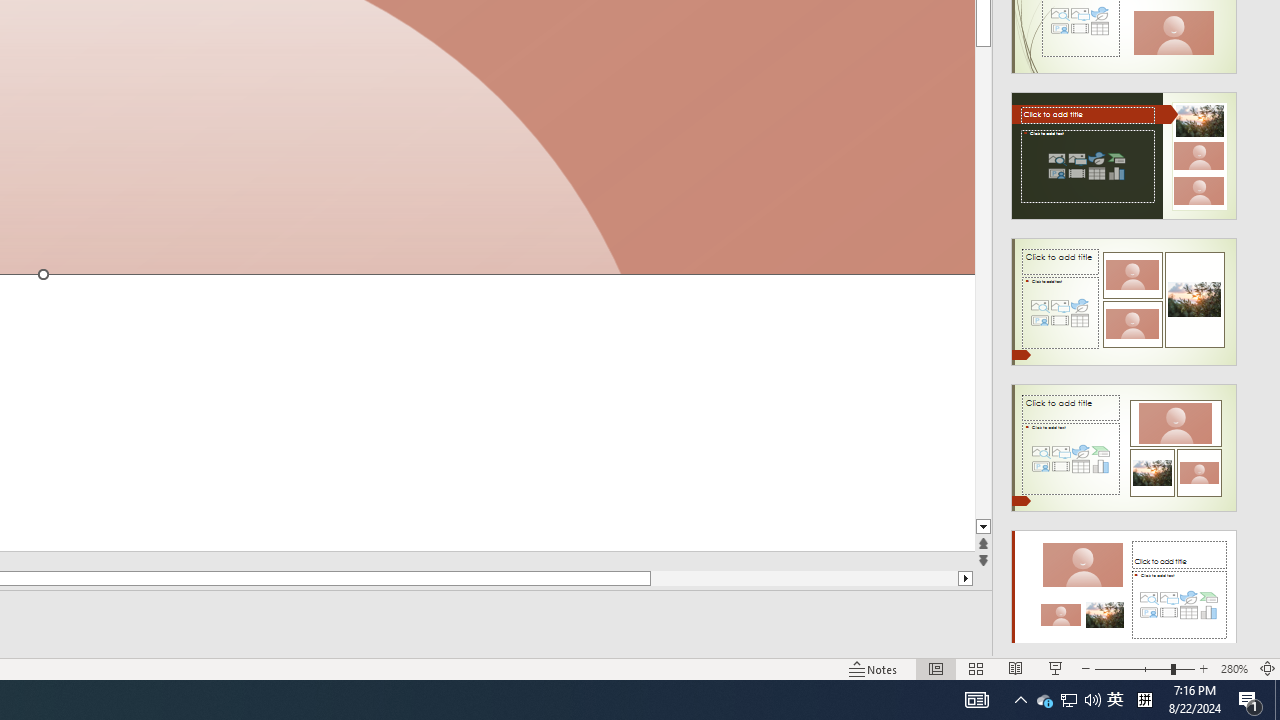  I want to click on 'Zoom', so click(1144, 669).